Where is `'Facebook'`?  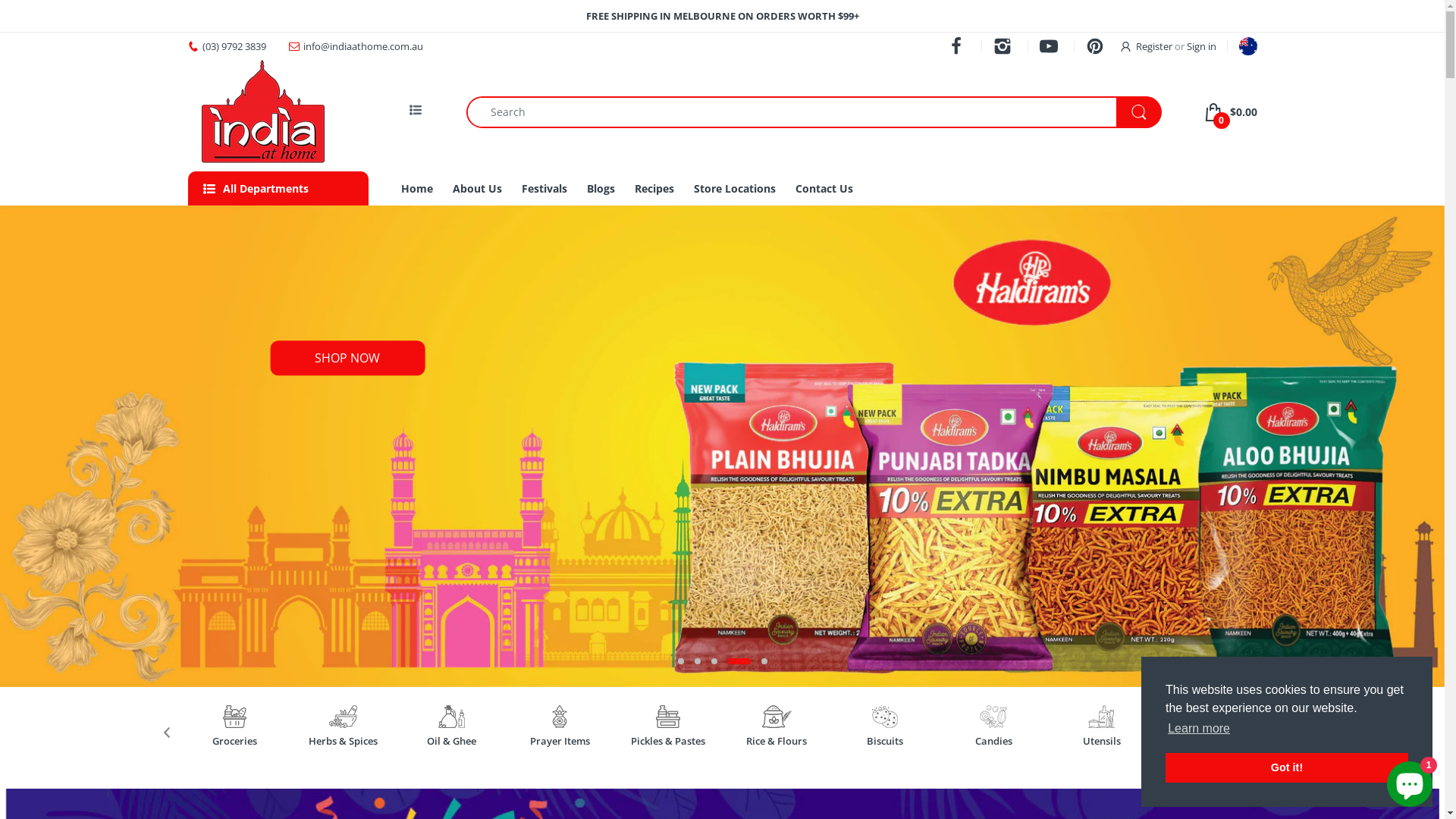
'Facebook' is located at coordinates (957, 45).